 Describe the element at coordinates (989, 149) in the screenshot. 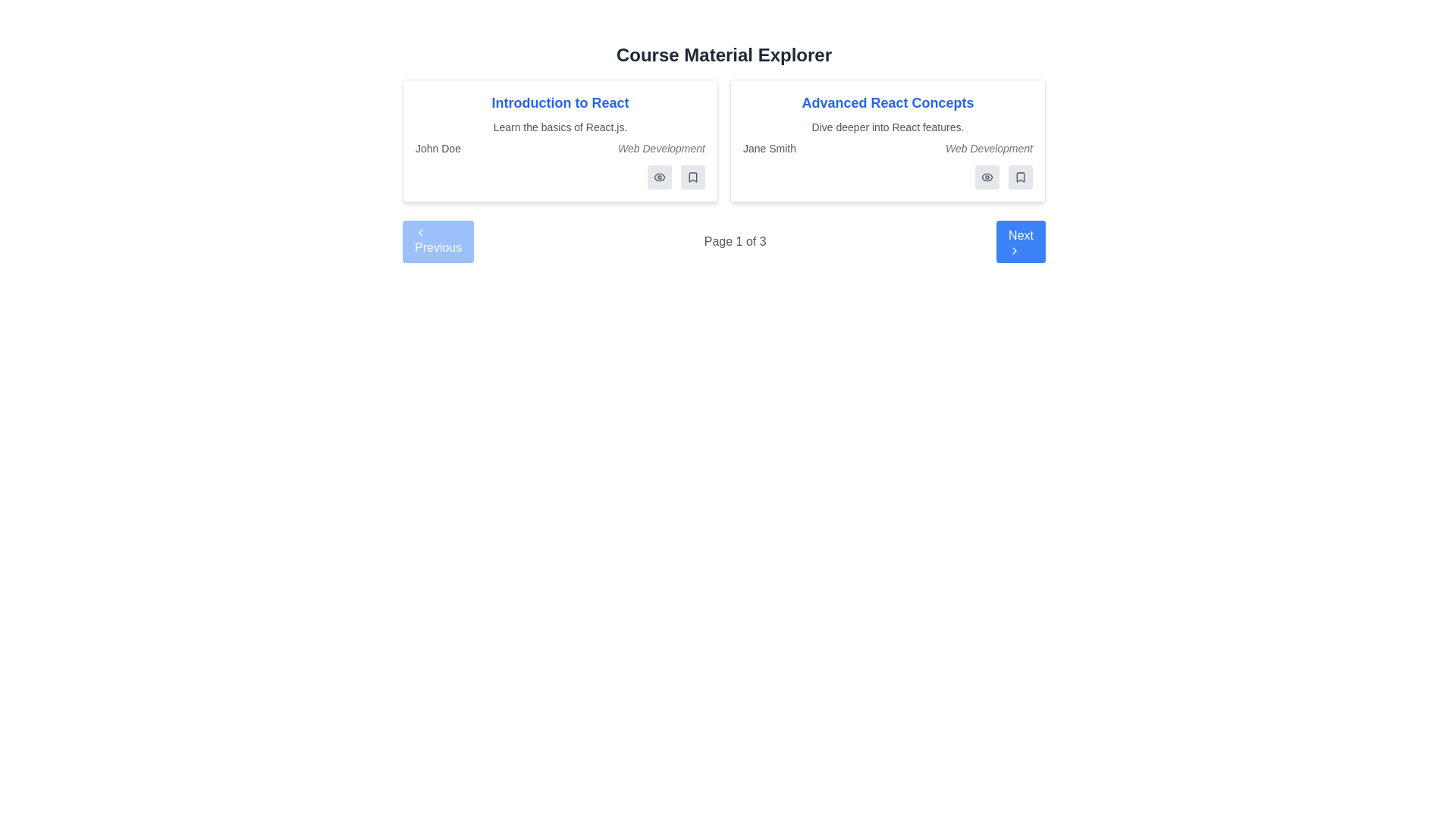

I see `text 'Web Development' from the italicized gray text label located within the right card of a two-card layout, positioned to the right of 'Jane Smith'` at that location.